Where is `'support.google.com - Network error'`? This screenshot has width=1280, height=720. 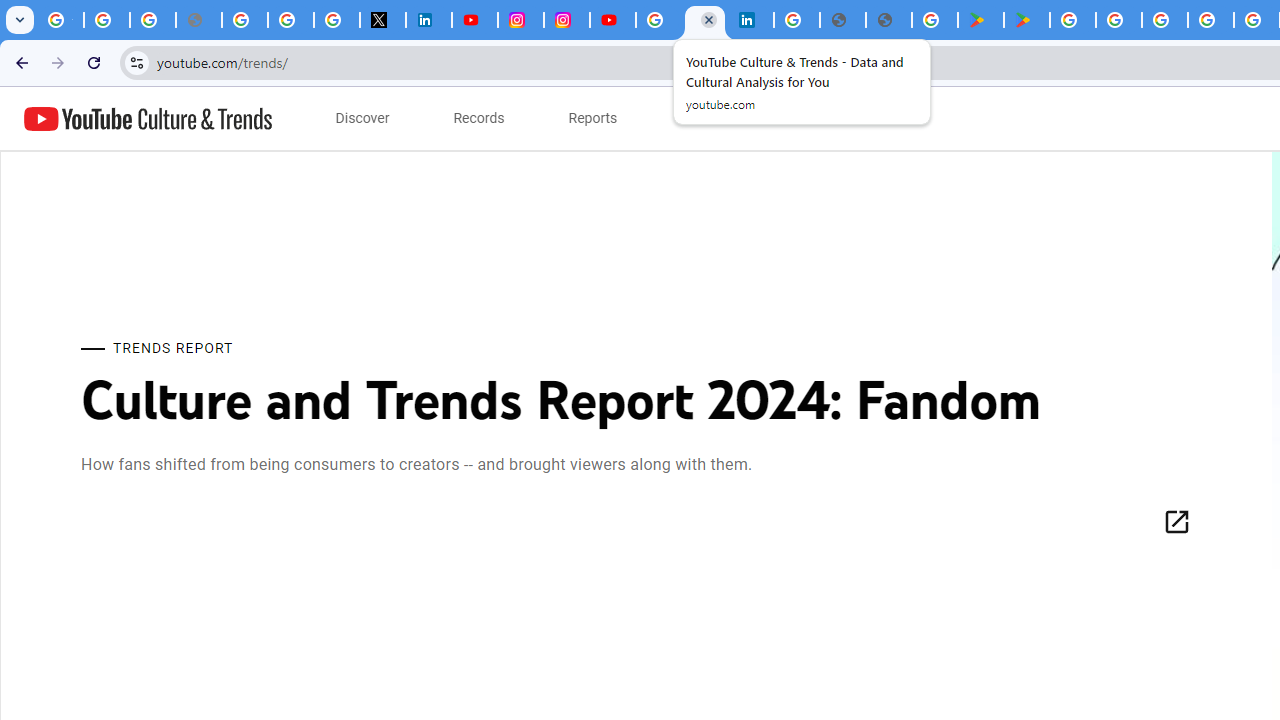 'support.google.com - Network error' is located at coordinates (198, 20).